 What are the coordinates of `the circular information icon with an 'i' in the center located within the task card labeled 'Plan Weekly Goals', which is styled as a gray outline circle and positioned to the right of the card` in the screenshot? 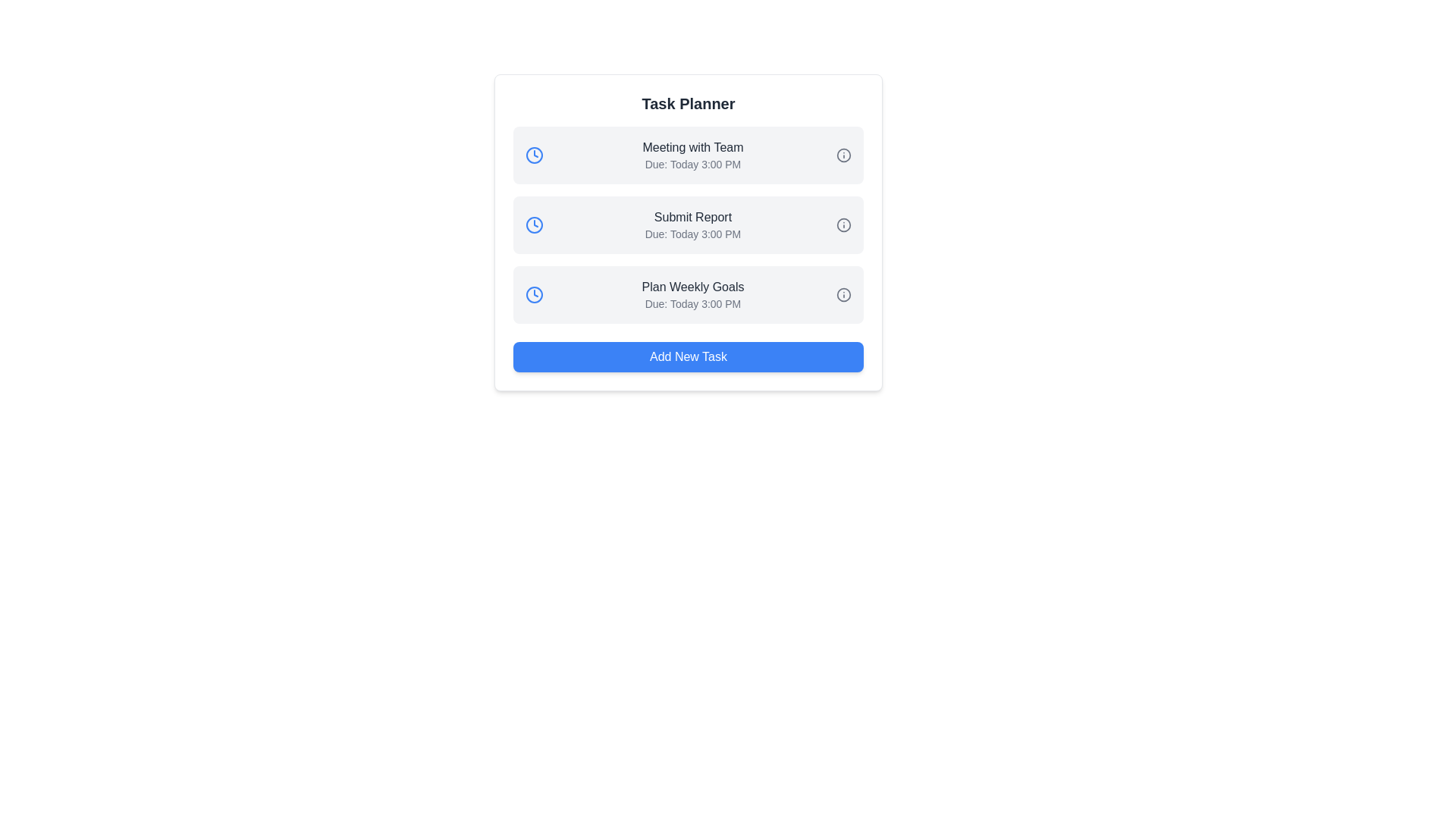 It's located at (839, 295).